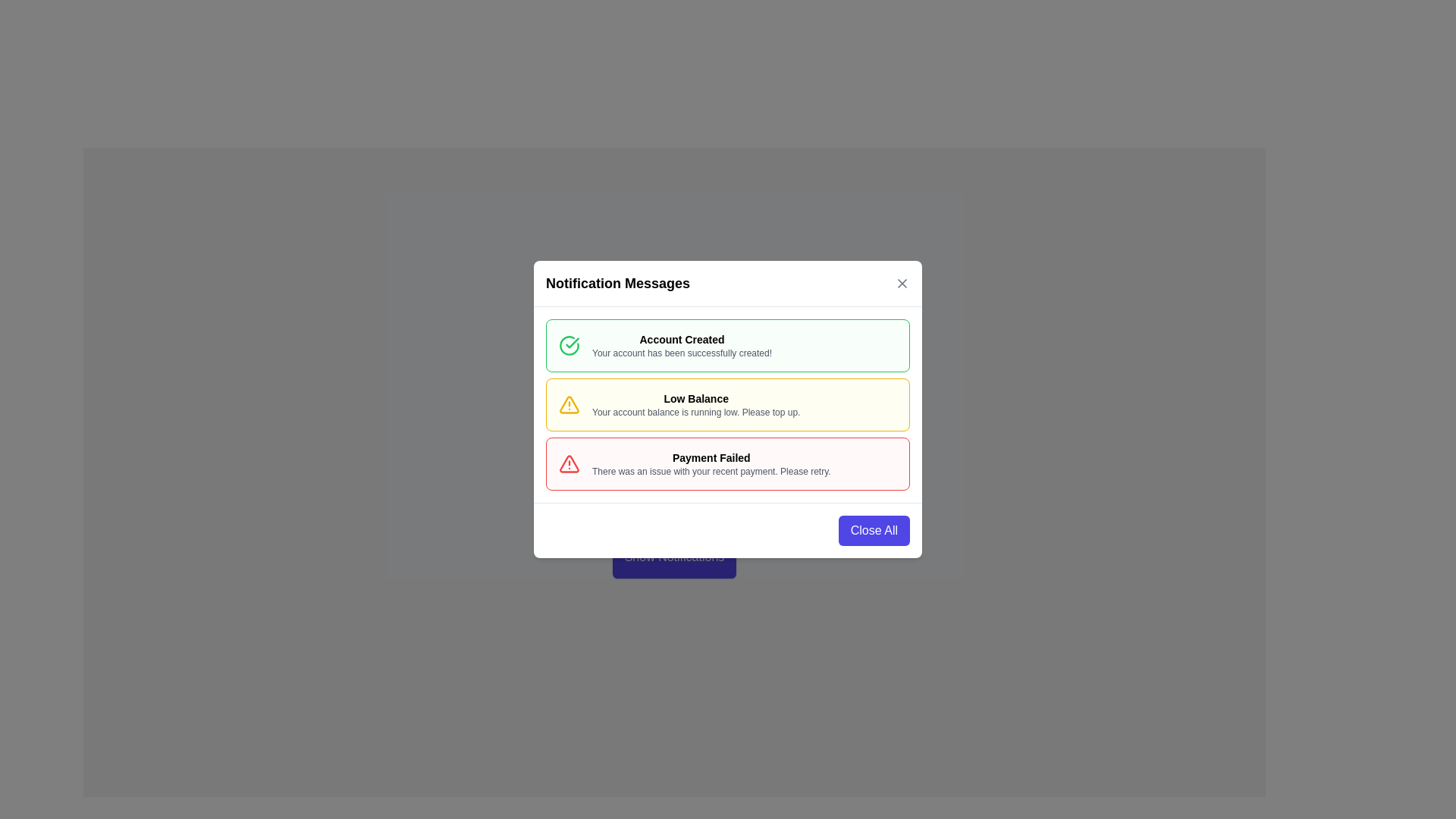 The height and width of the screenshot is (819, 1456). Describe the element at coordinates (695, 412) in the screenshot. I see `notification message displaying 'Your account balance is running low. Please top up.' which is a small-sized gray text located below the 'Low Balance' title in a yellow-highlighted notification card within the 'Notification Messages' modal` at that location.